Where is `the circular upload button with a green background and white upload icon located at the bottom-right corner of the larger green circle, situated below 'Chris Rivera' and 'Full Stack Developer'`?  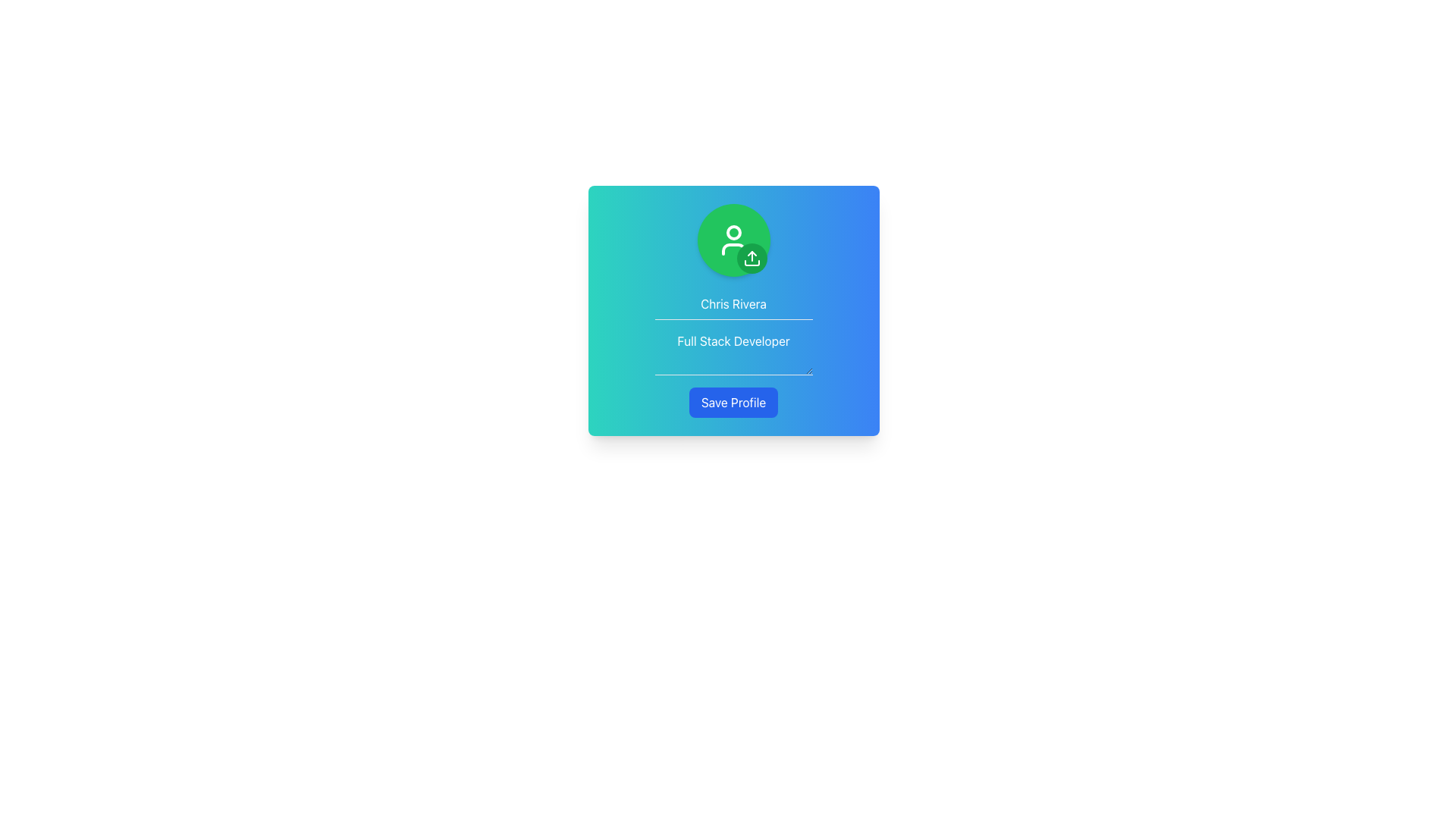 the circular upload button with a green background and white upload icon located at the bottom-right corner of the larger green circle, situated below 'Chris Rivera' and 'Full Stack Developer' is located at coordinates (752, 257).